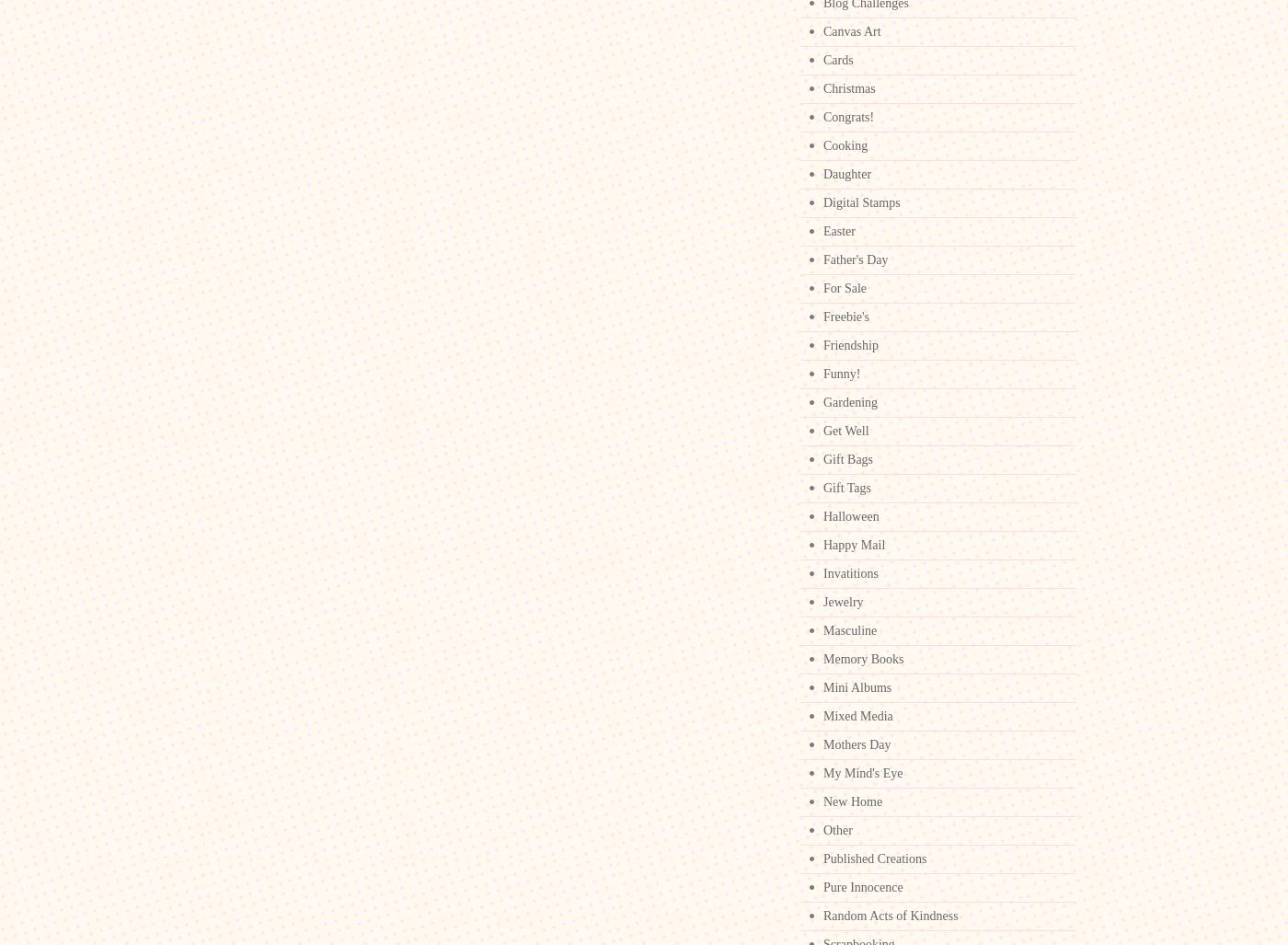 The image size is (1288, 945). What do you see at coordinates (857, 715) in the screenshot?
I see `'Mixed Media'` at bounding box center [857, 715].